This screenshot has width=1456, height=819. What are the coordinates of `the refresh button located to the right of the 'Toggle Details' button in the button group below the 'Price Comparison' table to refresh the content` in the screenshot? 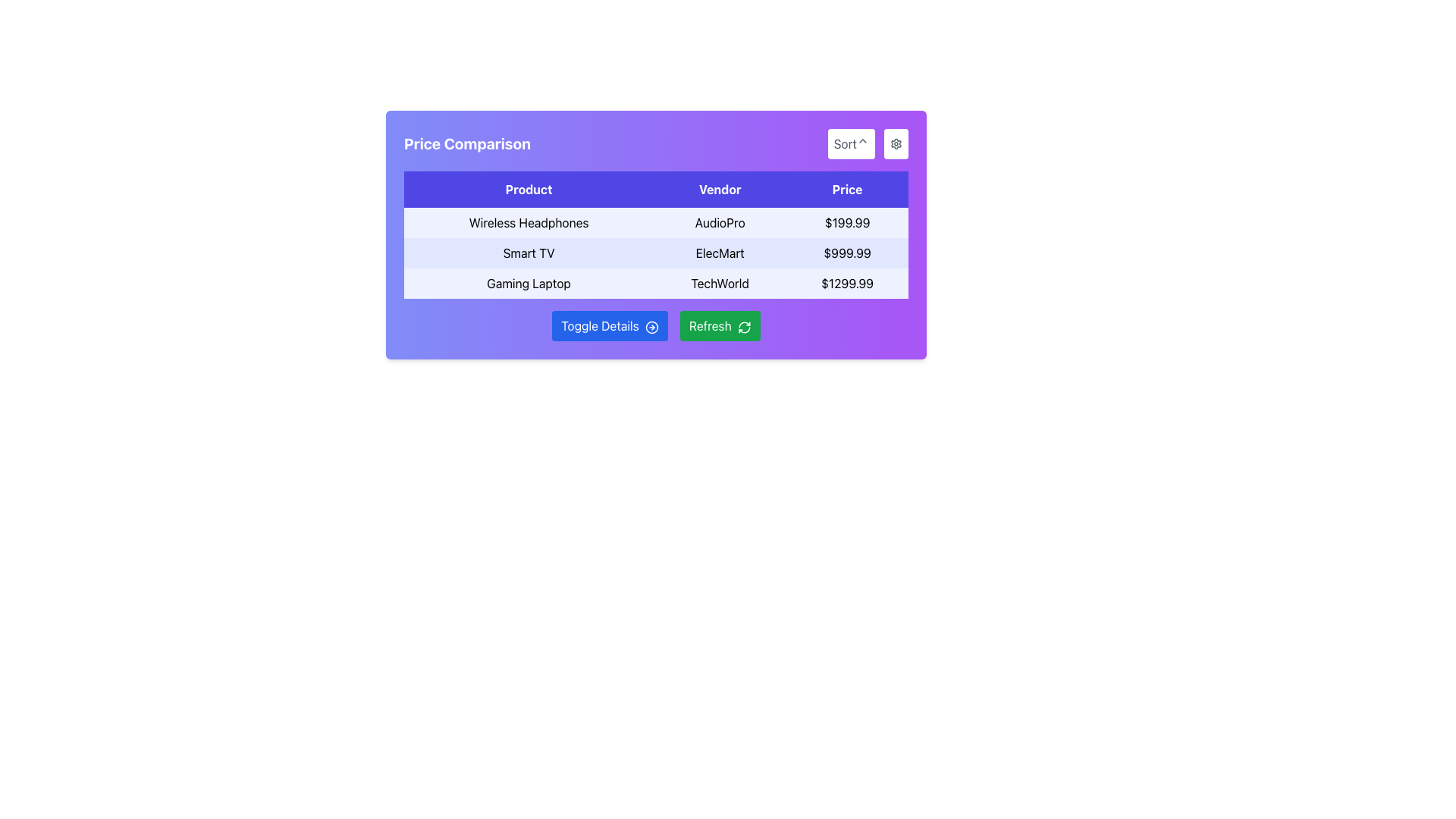 It's located at (719, 325).